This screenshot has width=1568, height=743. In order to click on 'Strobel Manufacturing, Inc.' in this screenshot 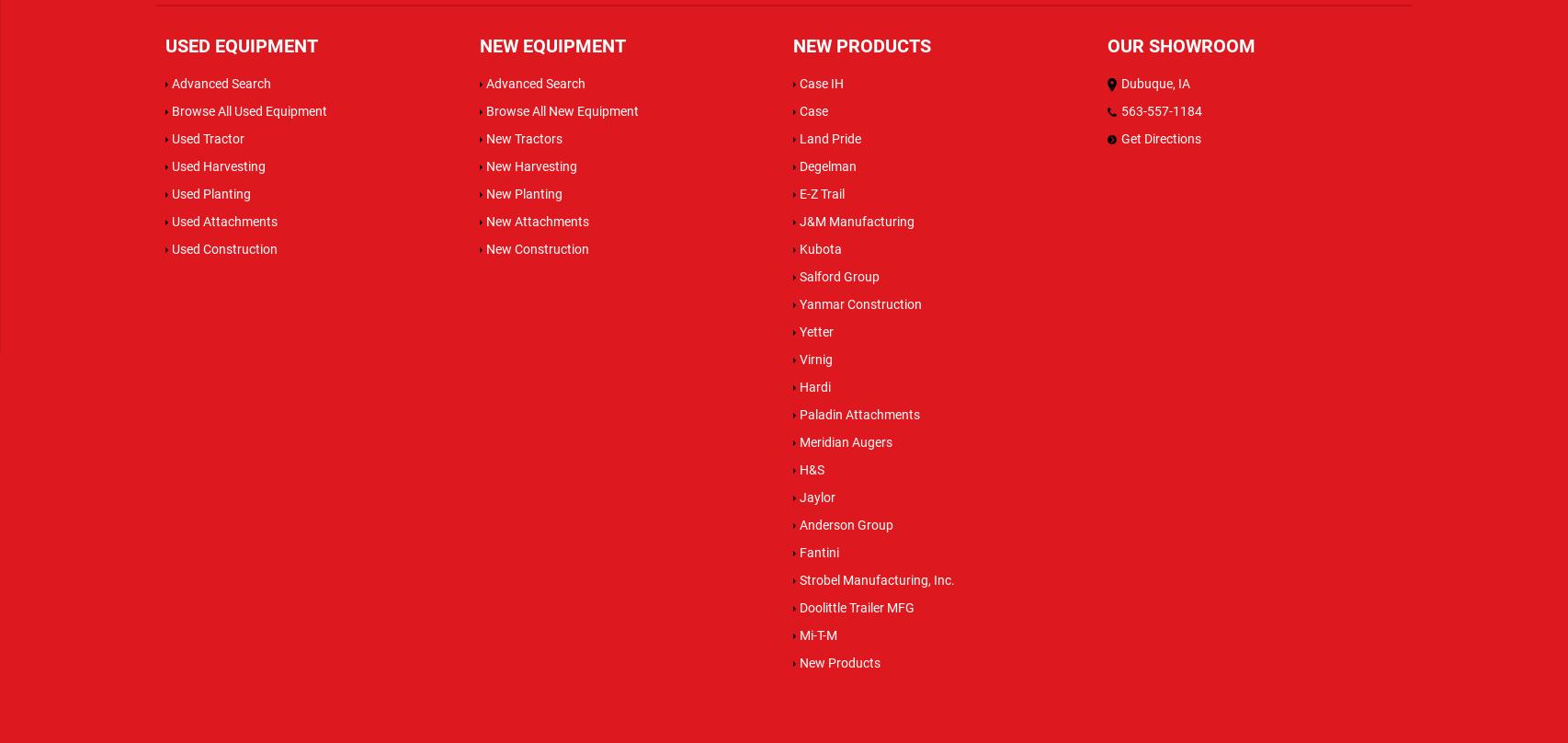, I will do `click(800, 578)`.